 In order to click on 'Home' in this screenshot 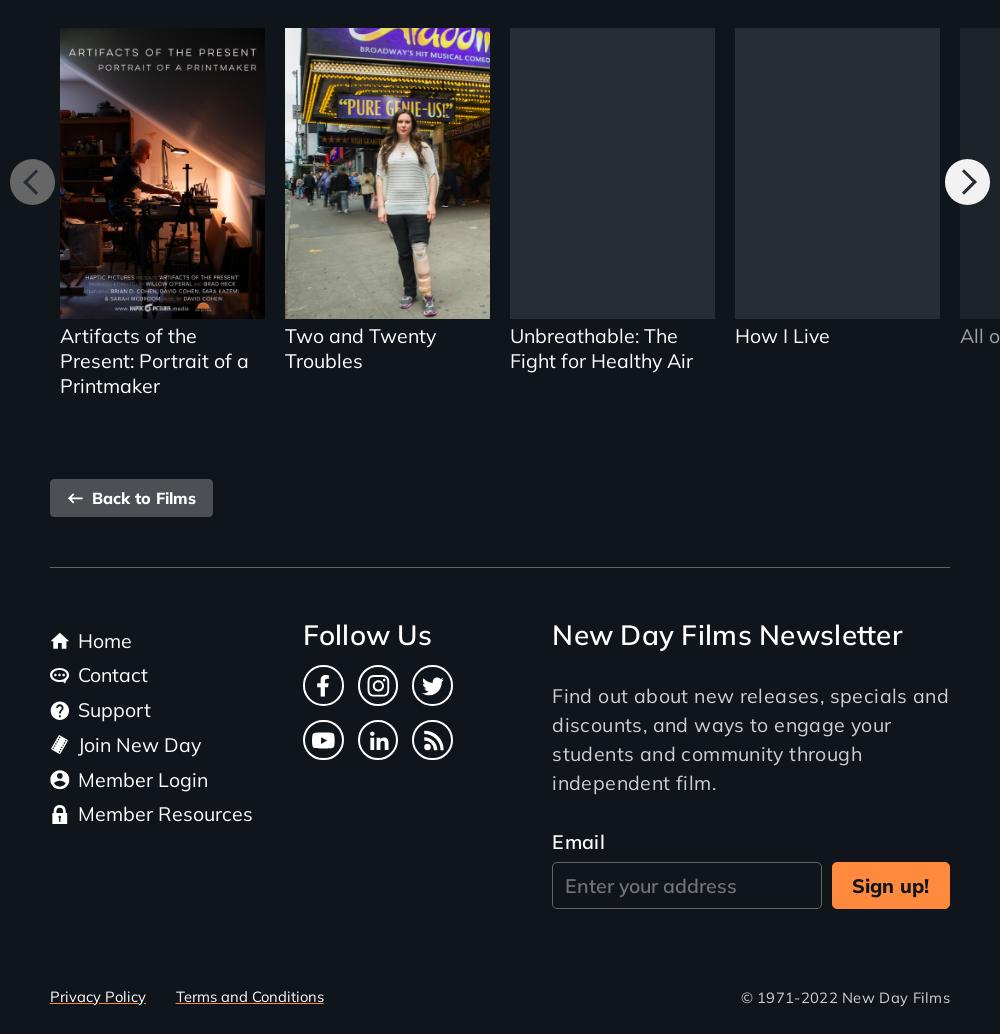, I will do `click(77, 639)`.